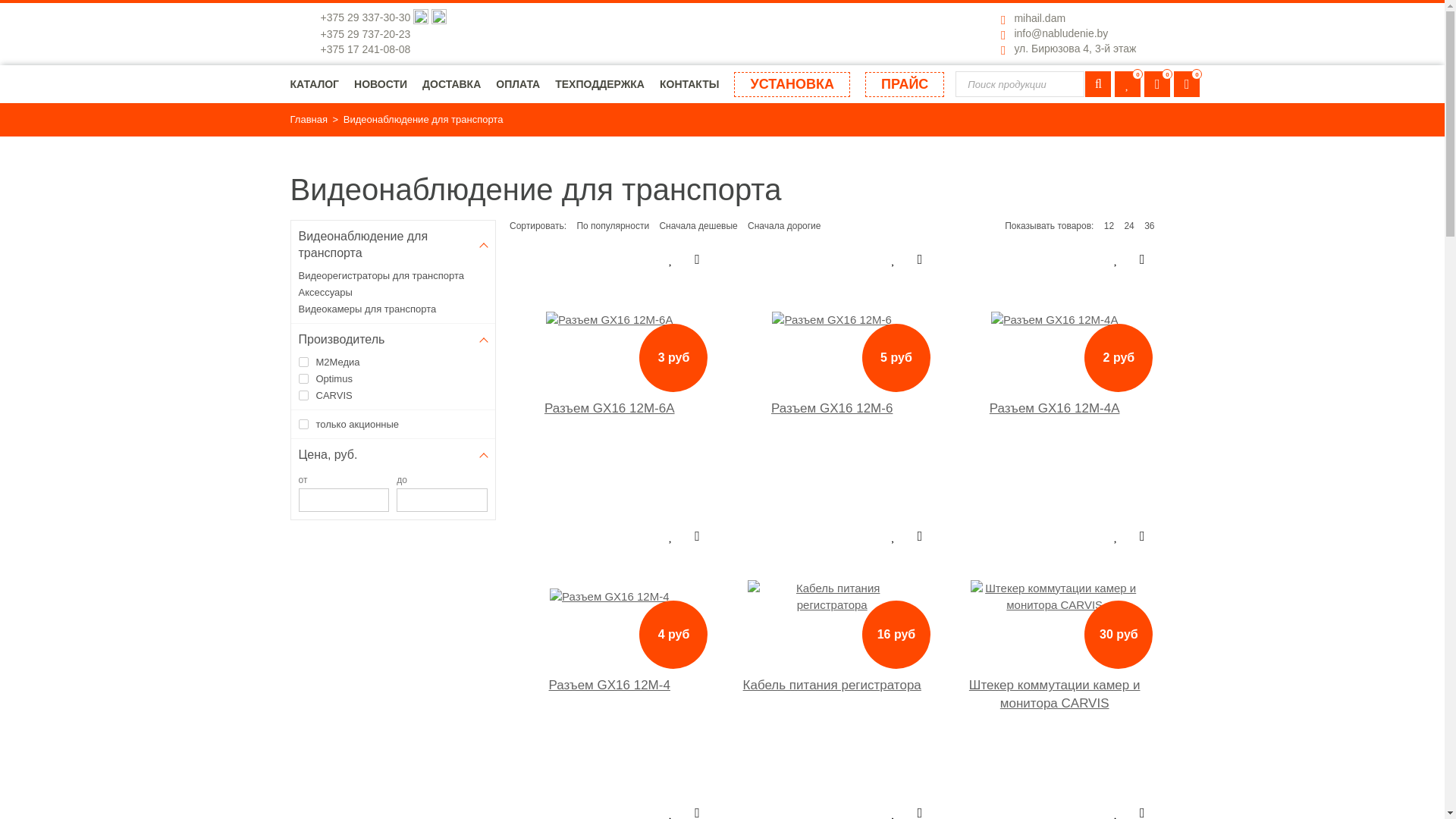 The height and width of the screenshot is (819, 1456). What do you see at coordinates (1144, 84) in the screenshot?
I see `'0'` at bounding box center [1144, 84].